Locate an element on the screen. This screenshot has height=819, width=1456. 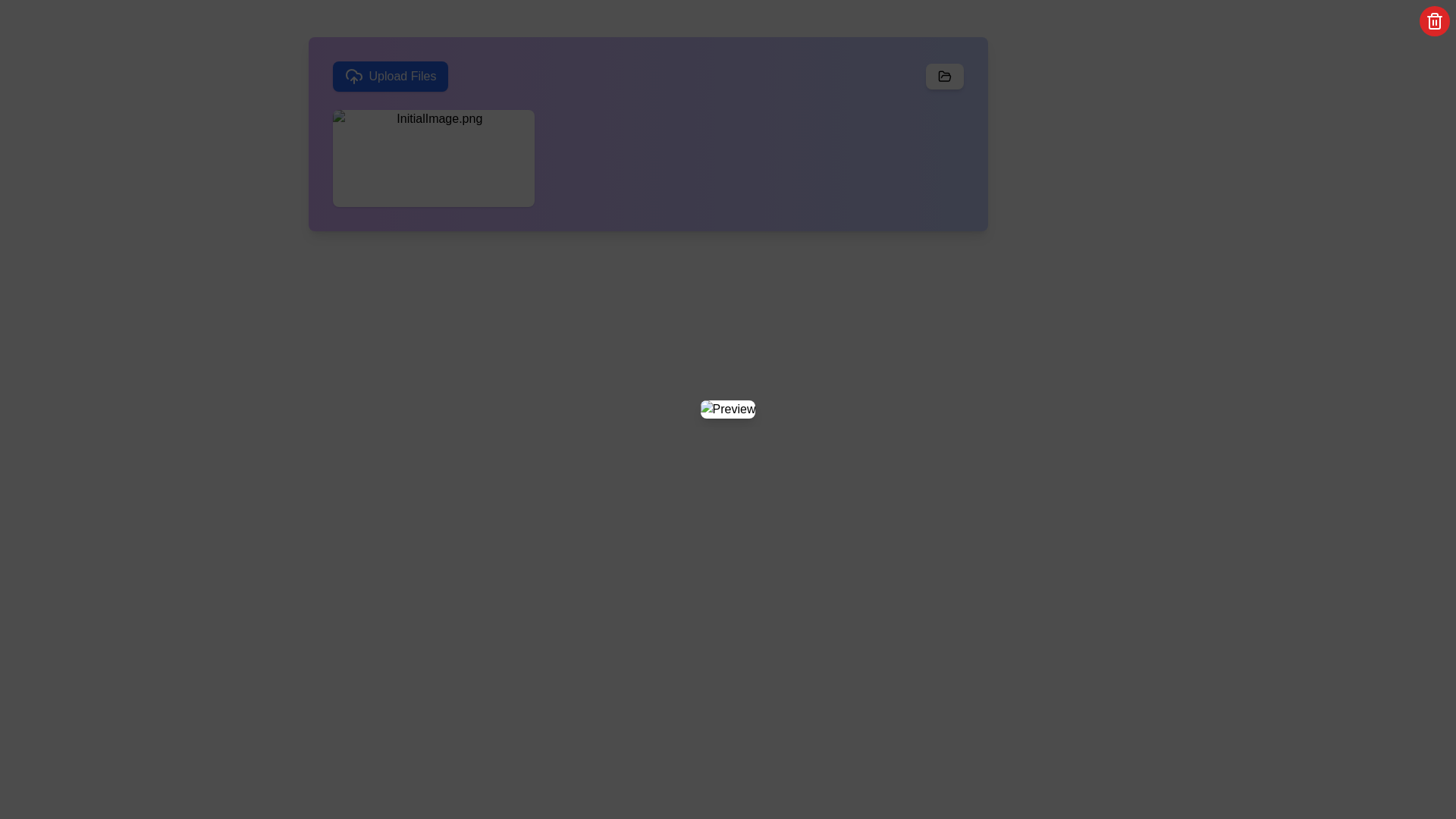
keyboard navigation is located at coordinates (390, 76).